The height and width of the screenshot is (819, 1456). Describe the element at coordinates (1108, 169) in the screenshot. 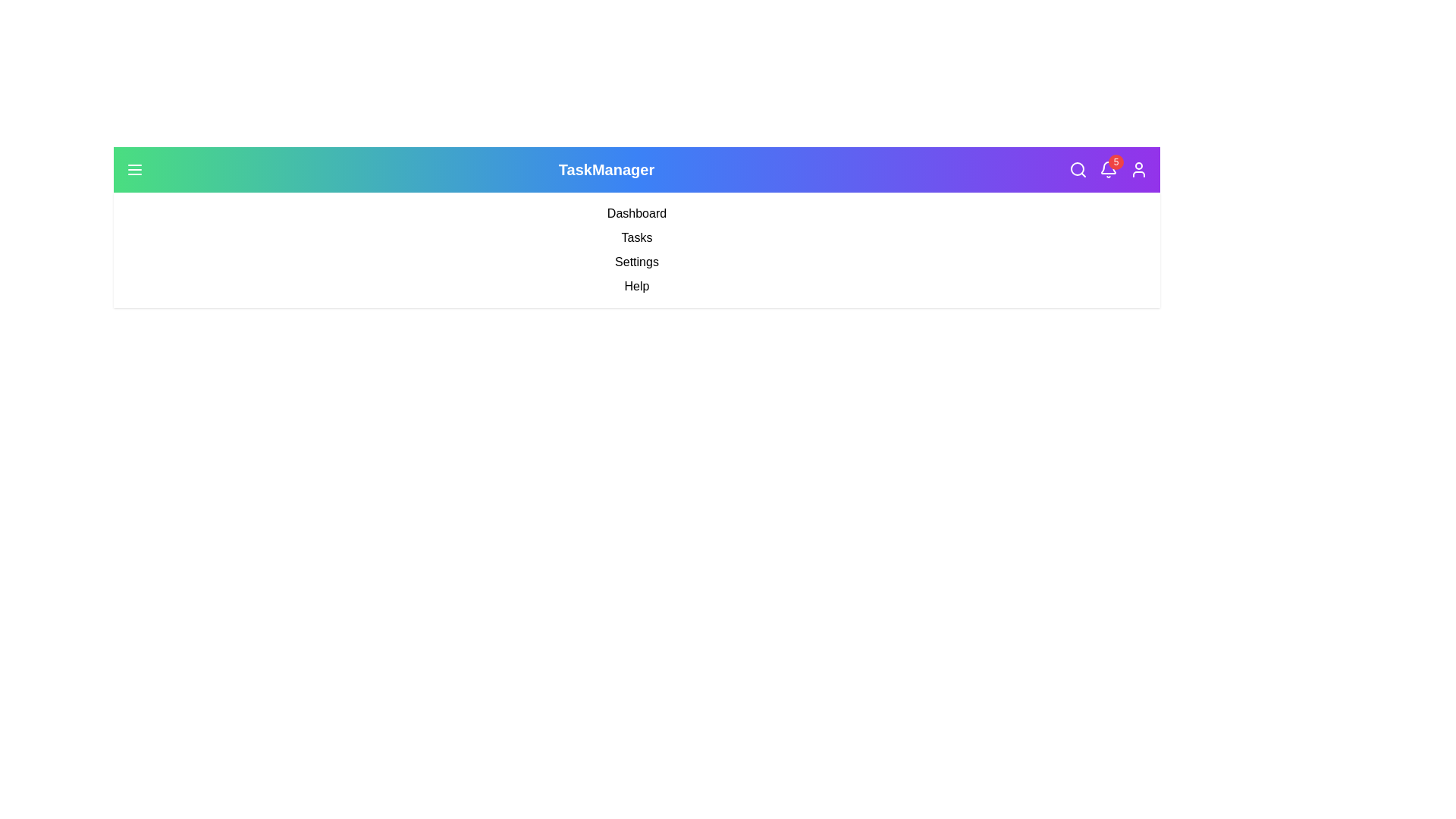

I see `the bell icon button located at the end of the navigation bar to potentially see a tooltip` at that location.